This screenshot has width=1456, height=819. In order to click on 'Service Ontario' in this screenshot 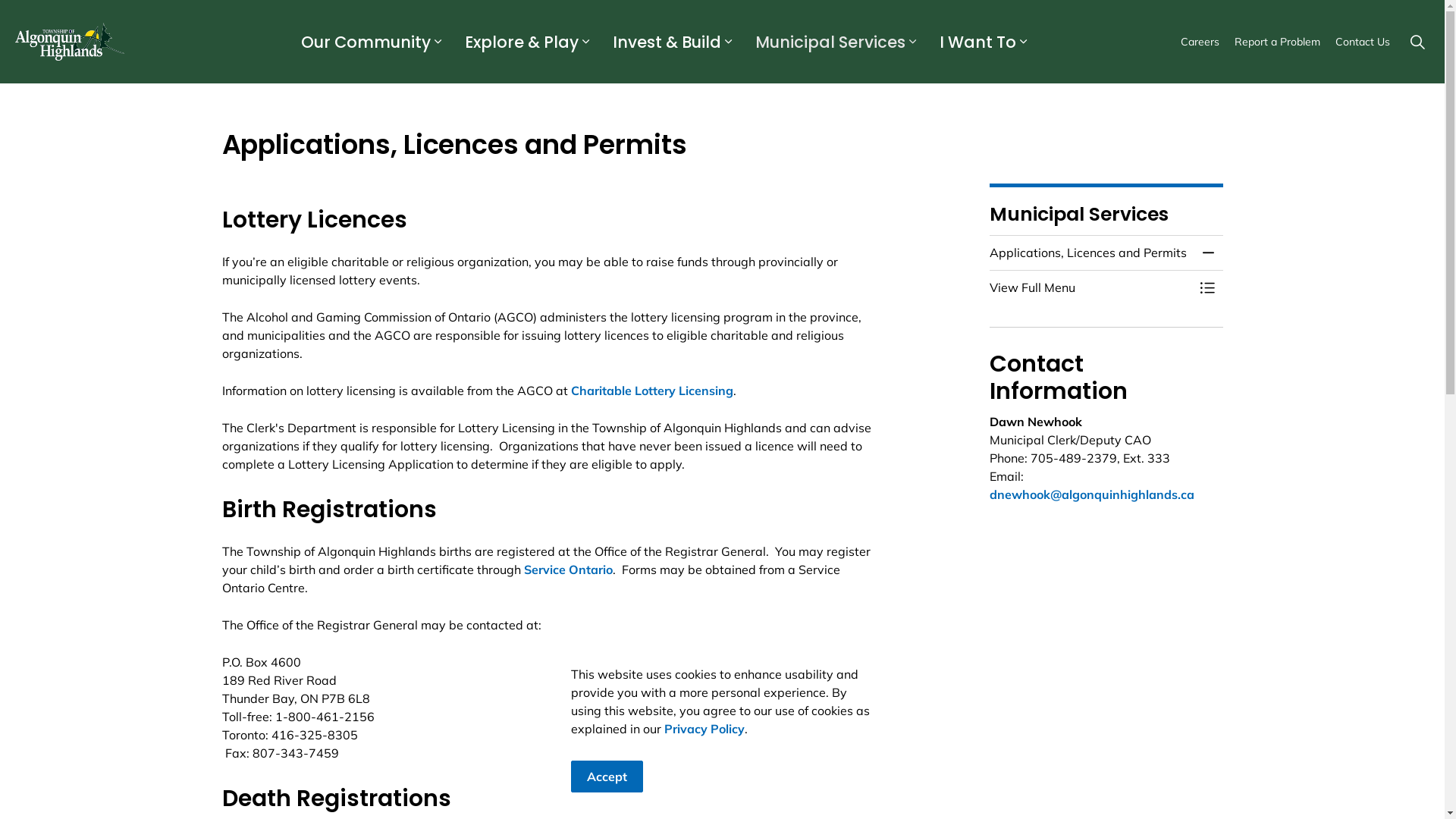, I will do `click(523, 570)`.